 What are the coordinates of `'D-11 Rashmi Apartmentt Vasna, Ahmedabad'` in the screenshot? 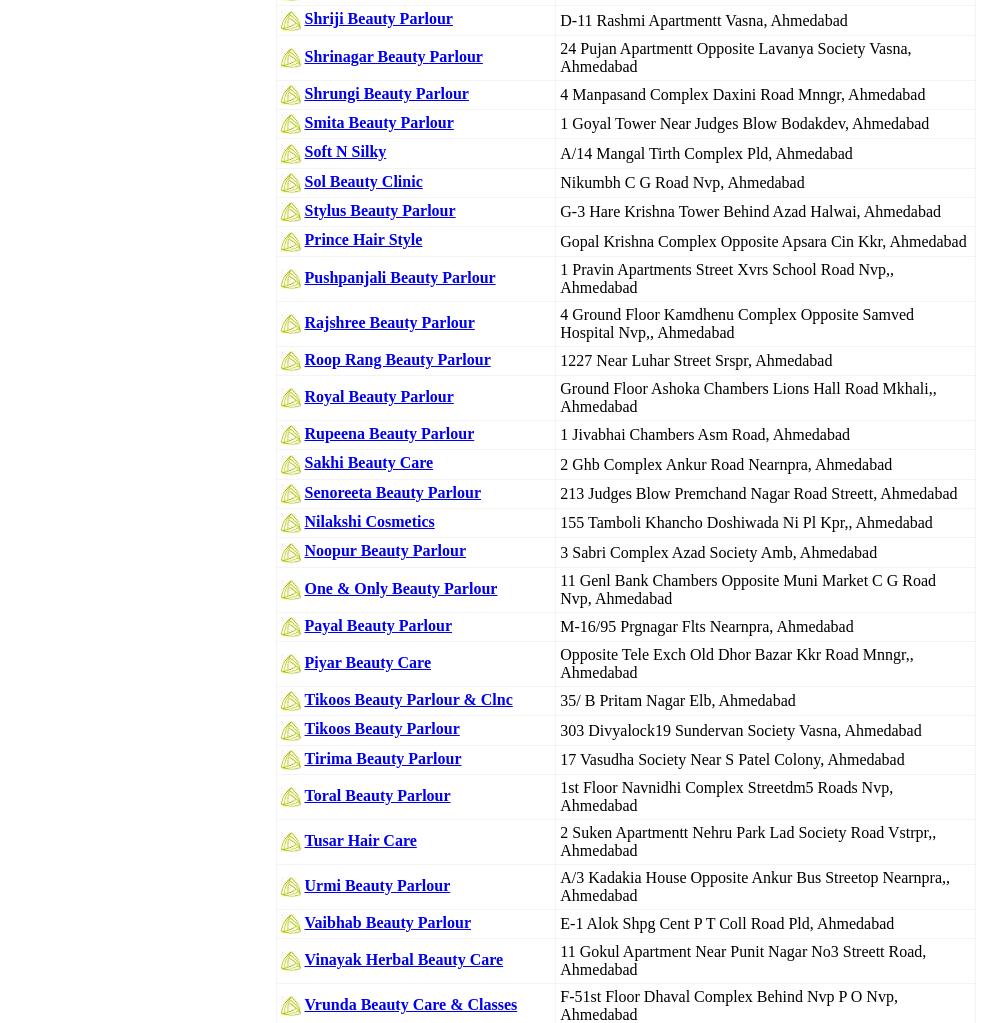 It's located at (703, 19).